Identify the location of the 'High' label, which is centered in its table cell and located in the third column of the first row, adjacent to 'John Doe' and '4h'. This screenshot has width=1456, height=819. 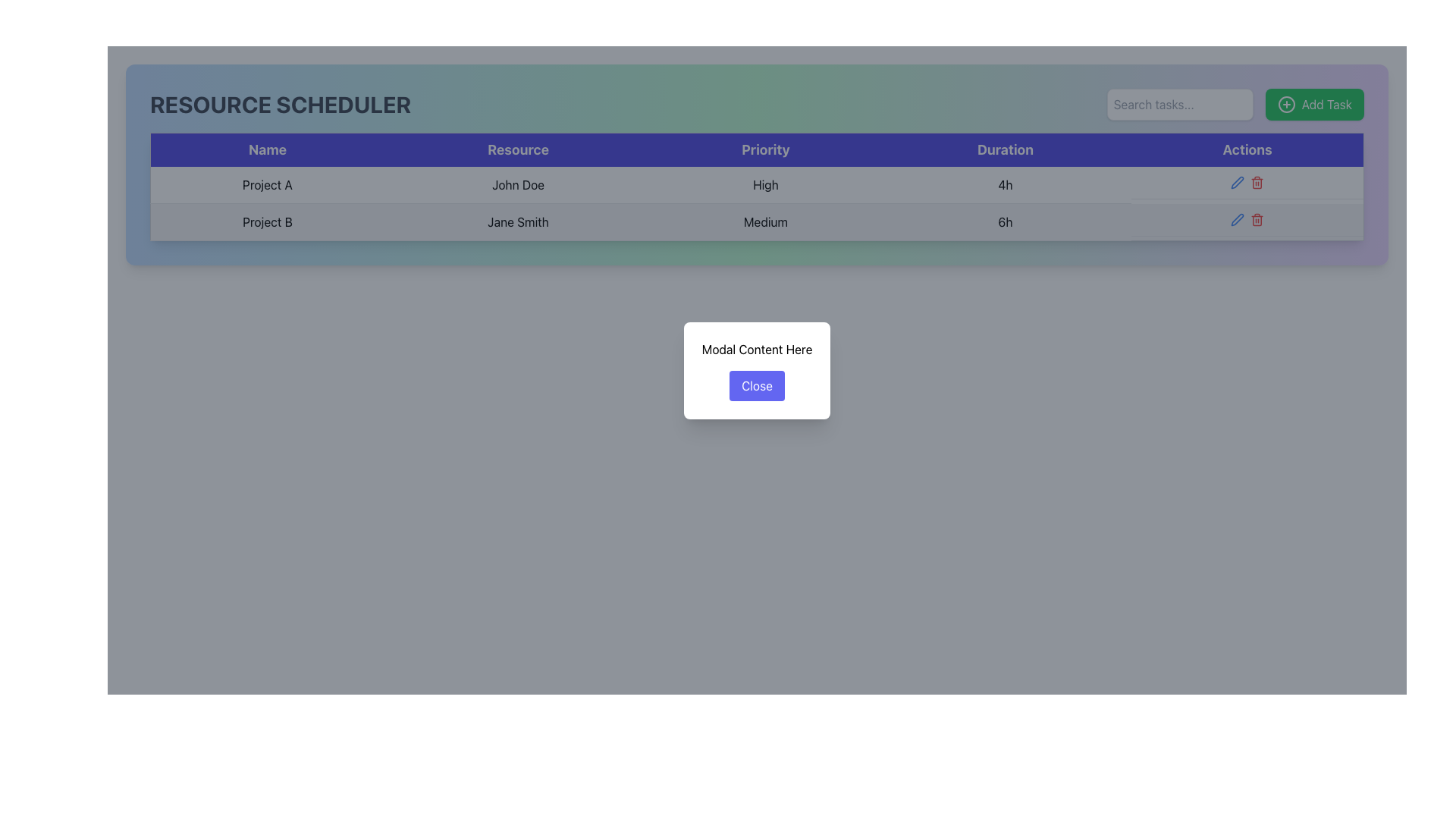
(757, 184).